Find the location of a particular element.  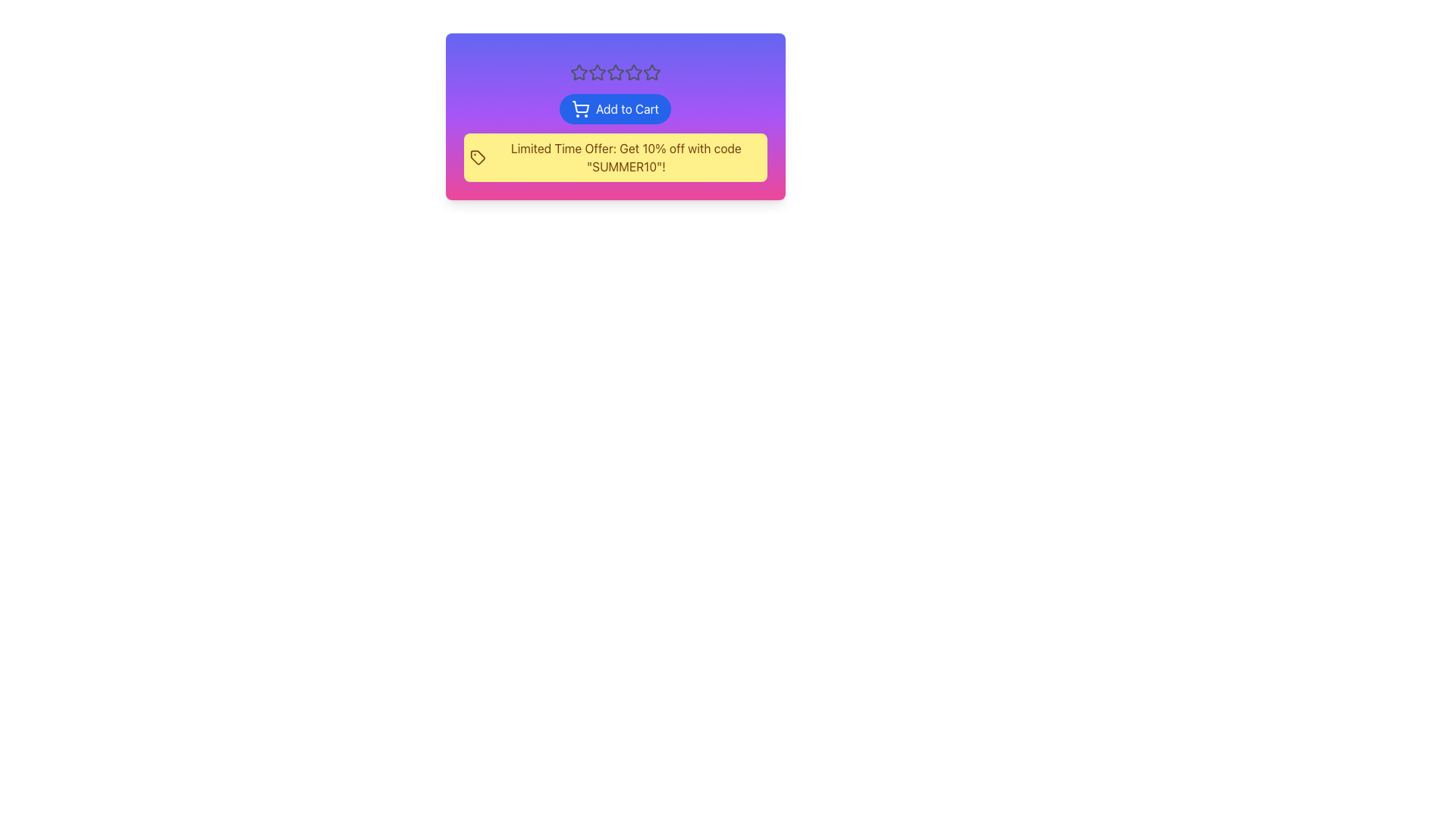

the fourth star in the star rating icon group is located at coordinates (615, 73).